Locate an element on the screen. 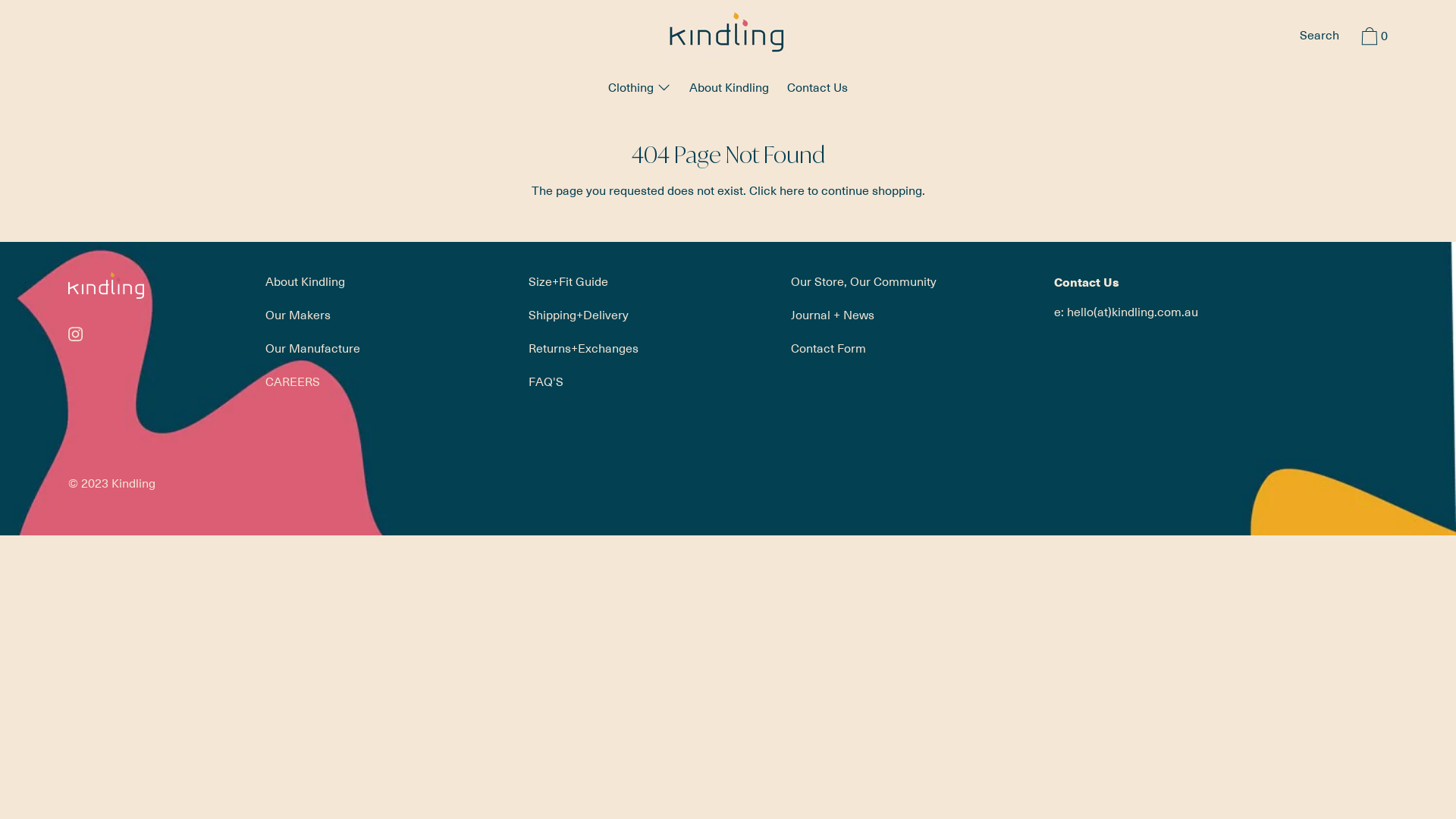 The image size is (1456, 819). '0' is located at coordinates (1372, 37).